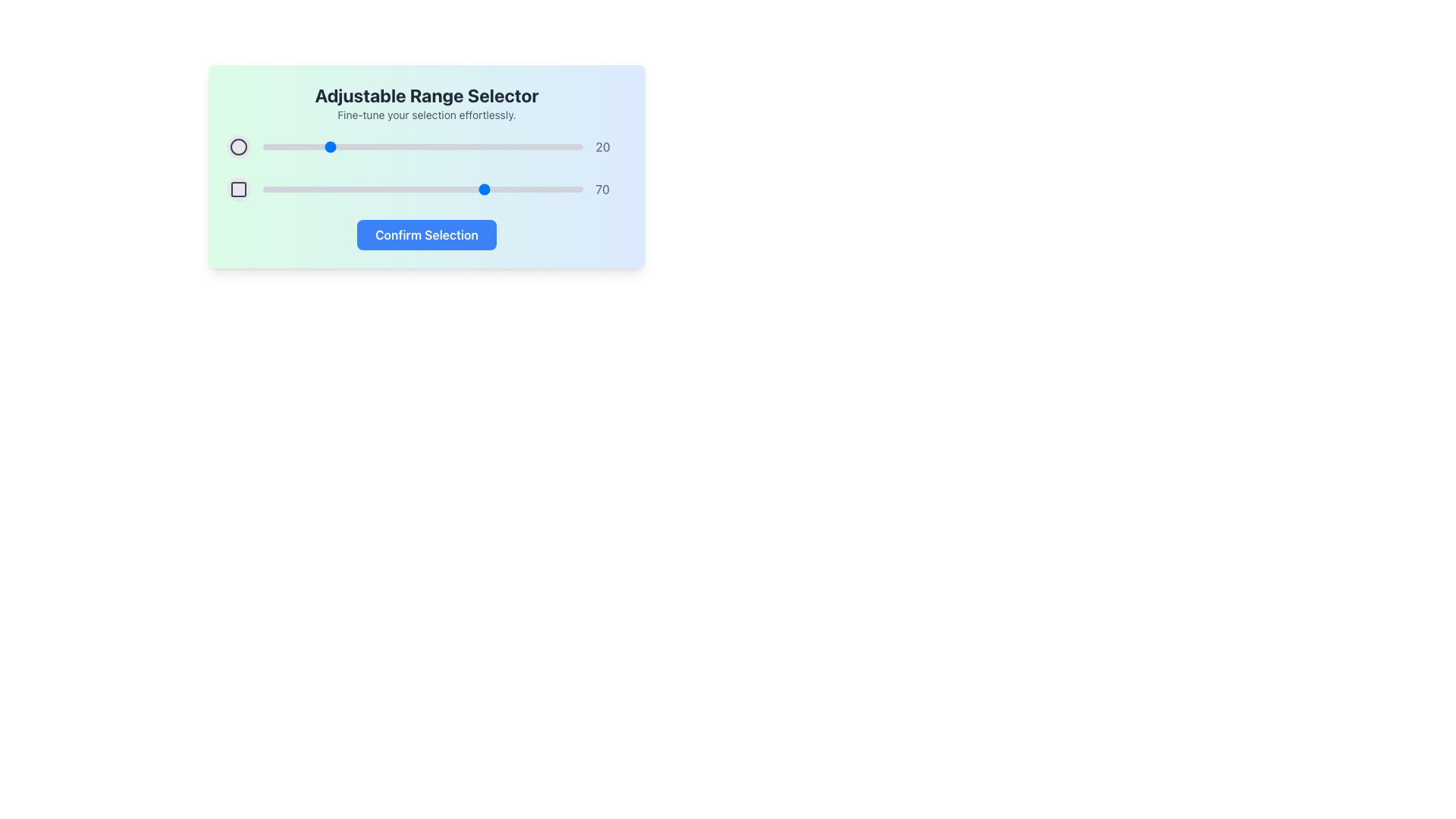  I want to click on slider, so click(378, 146).